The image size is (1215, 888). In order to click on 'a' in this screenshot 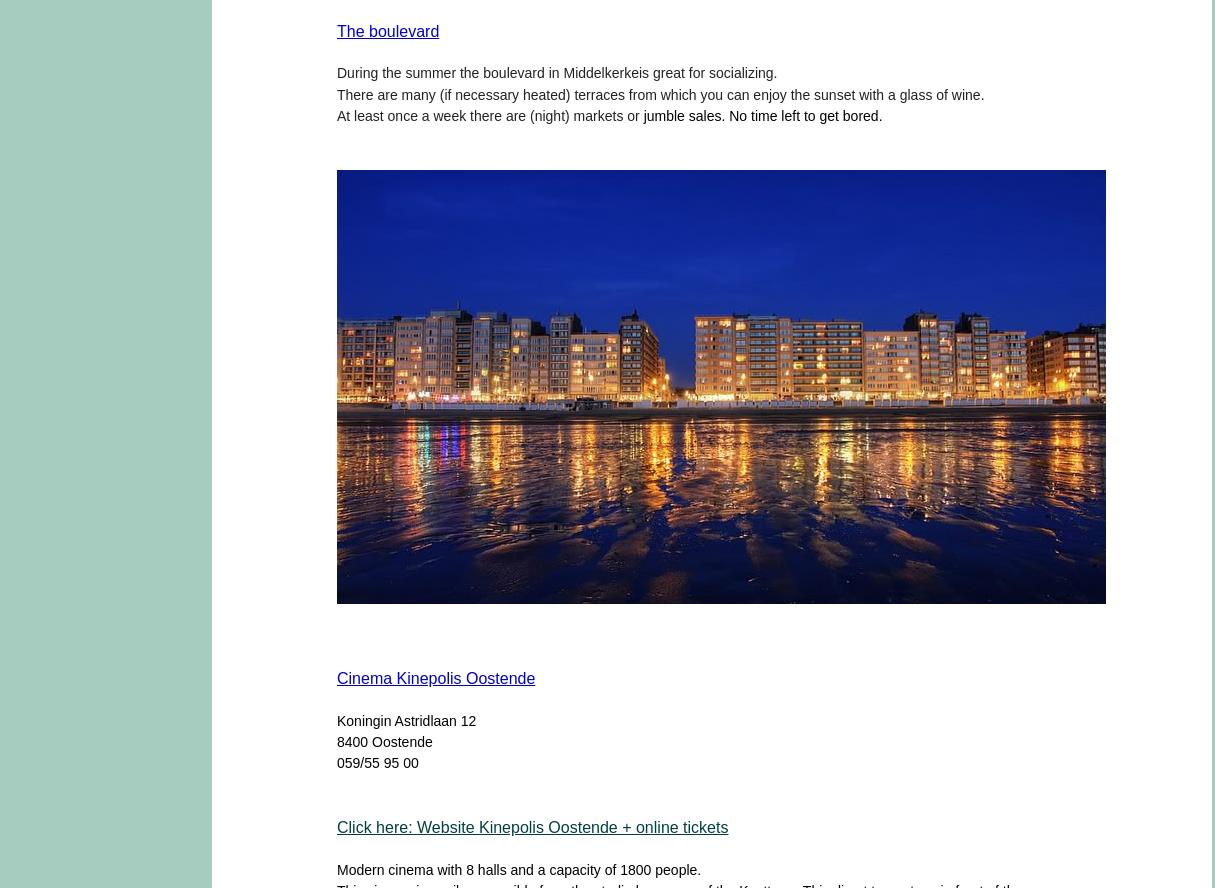, I will do `click(887, 93)`.